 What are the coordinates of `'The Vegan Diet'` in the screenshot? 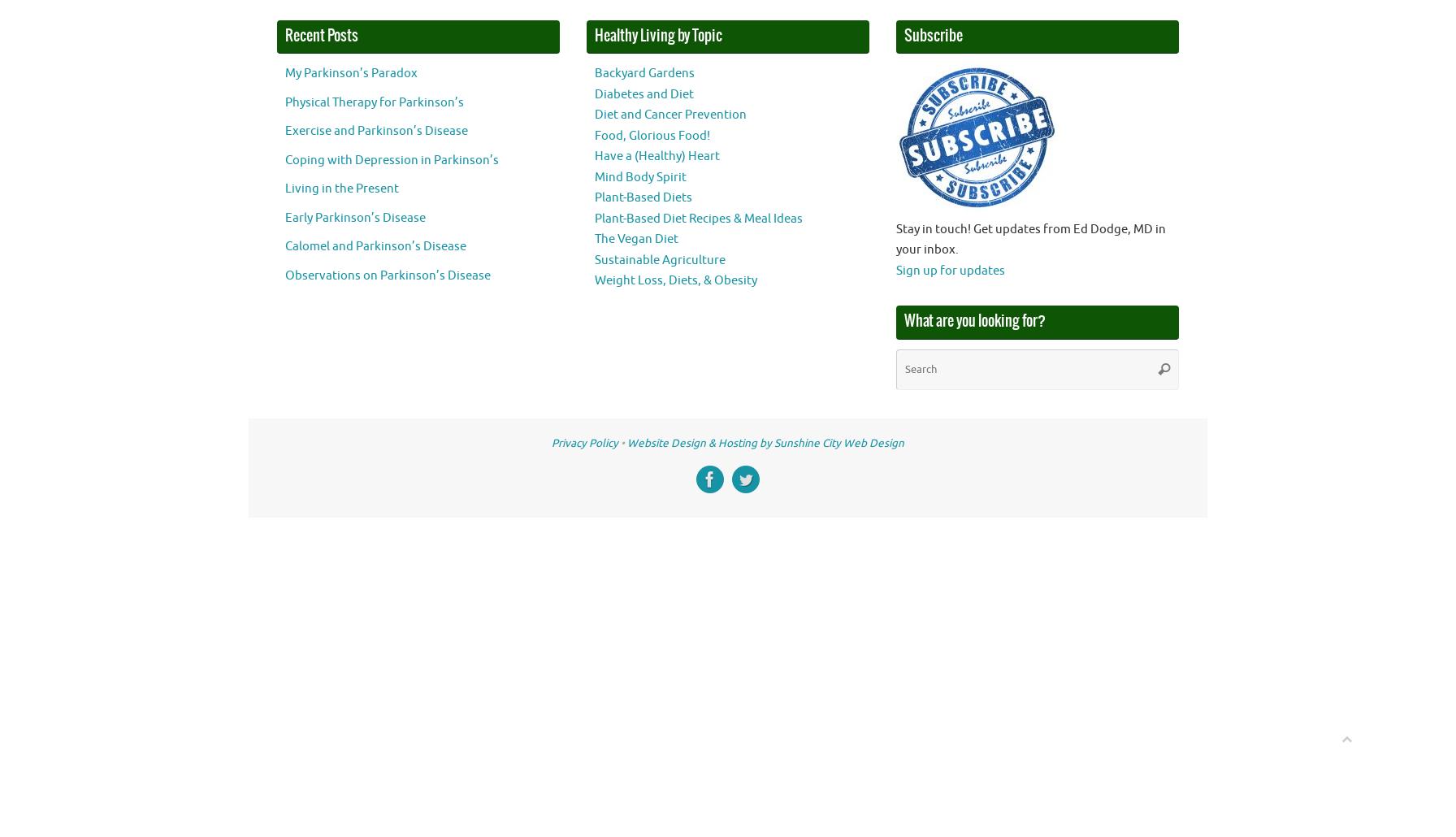 It's located at (635, 238).